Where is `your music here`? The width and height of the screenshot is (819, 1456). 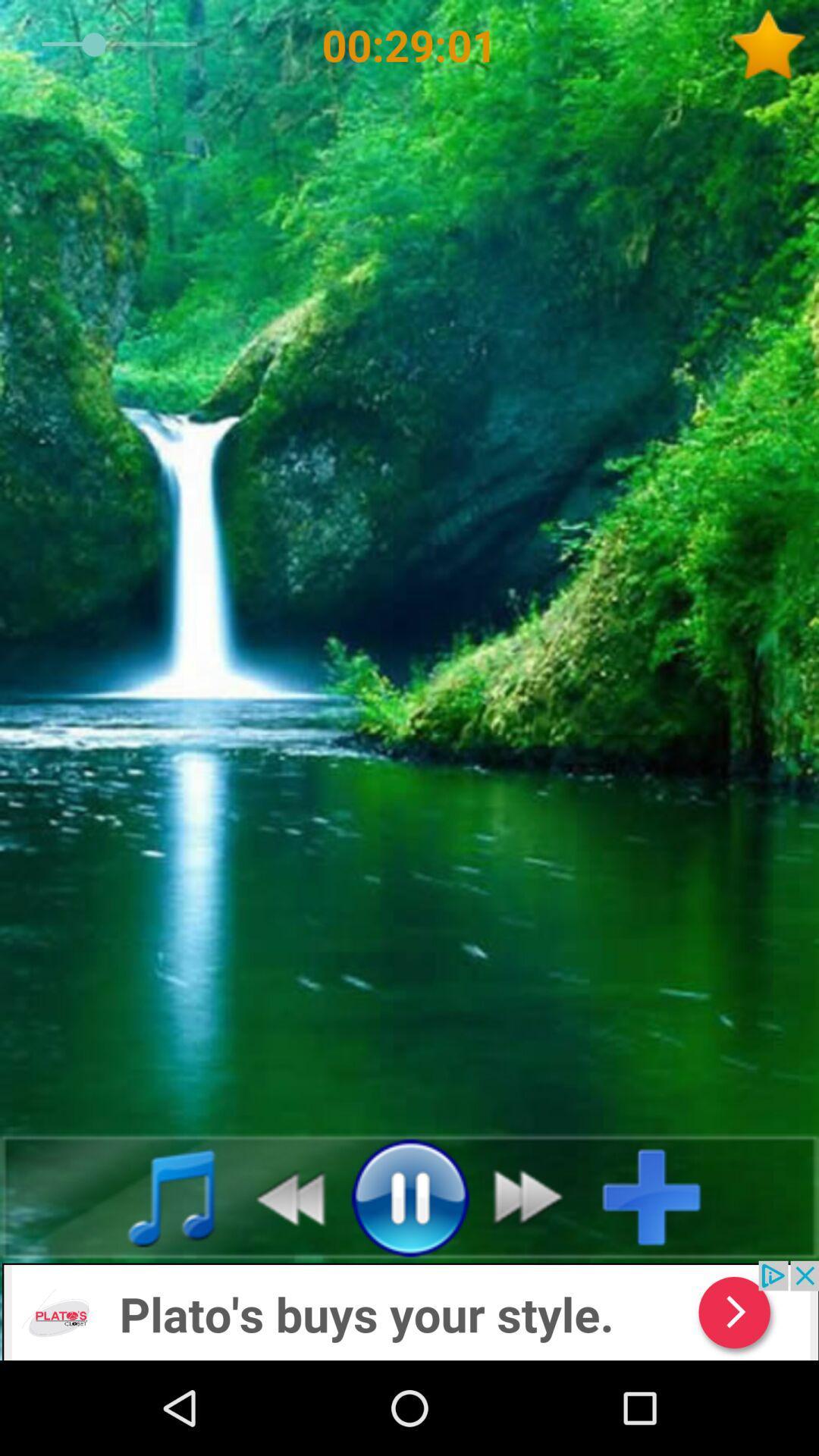
your music here is located at coordinates (663, 1196).